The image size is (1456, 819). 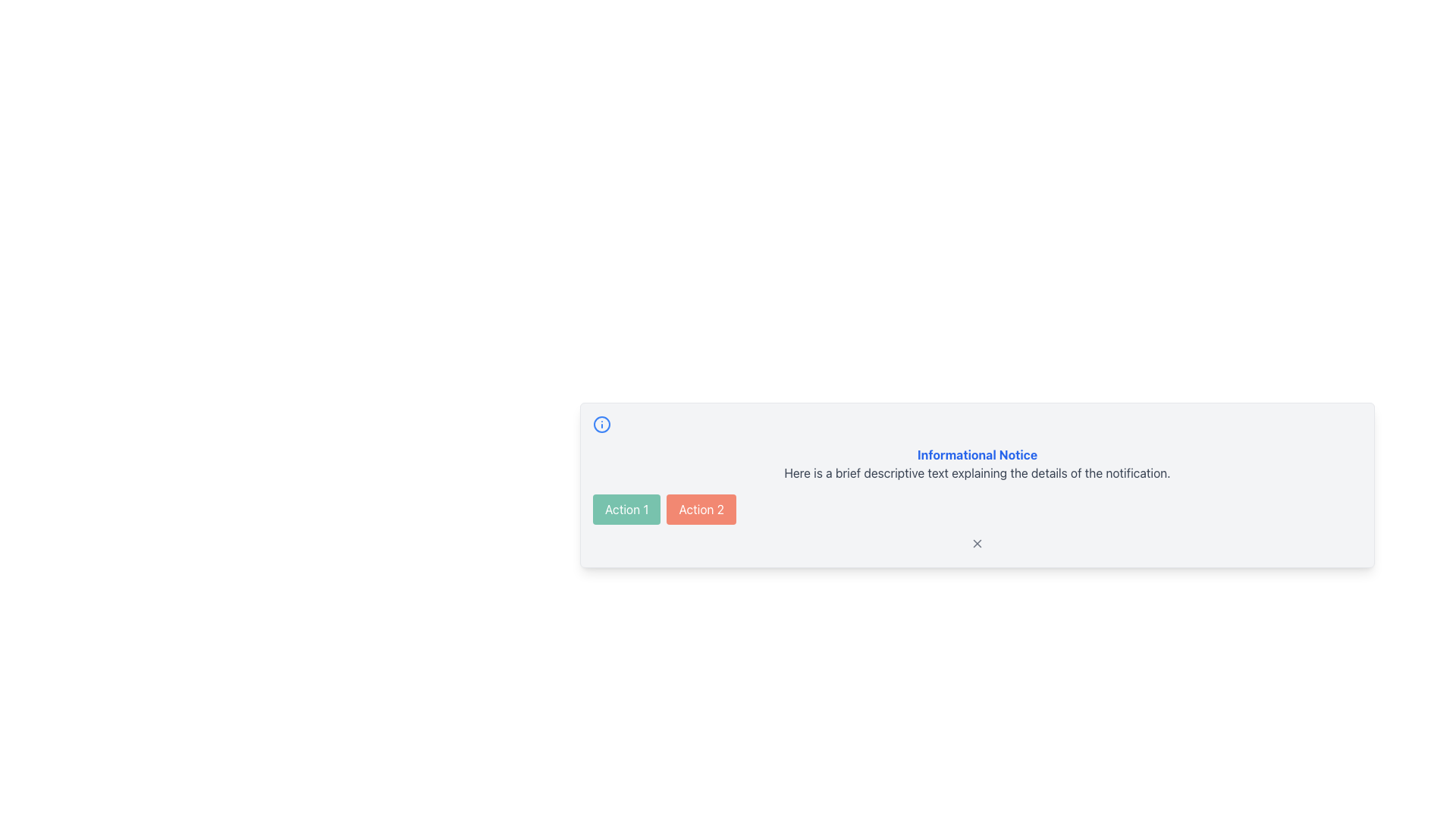 What do you see at coordinates (601, 424) in the screenshot?
I see `the informational icon located at the upper-left corner of the notification card, which is aligned above the 'Action 1' and 'Action 2' buttons and on the same horizontal level as the header text 'Informational Notice'` at bounding box center [601, 424].